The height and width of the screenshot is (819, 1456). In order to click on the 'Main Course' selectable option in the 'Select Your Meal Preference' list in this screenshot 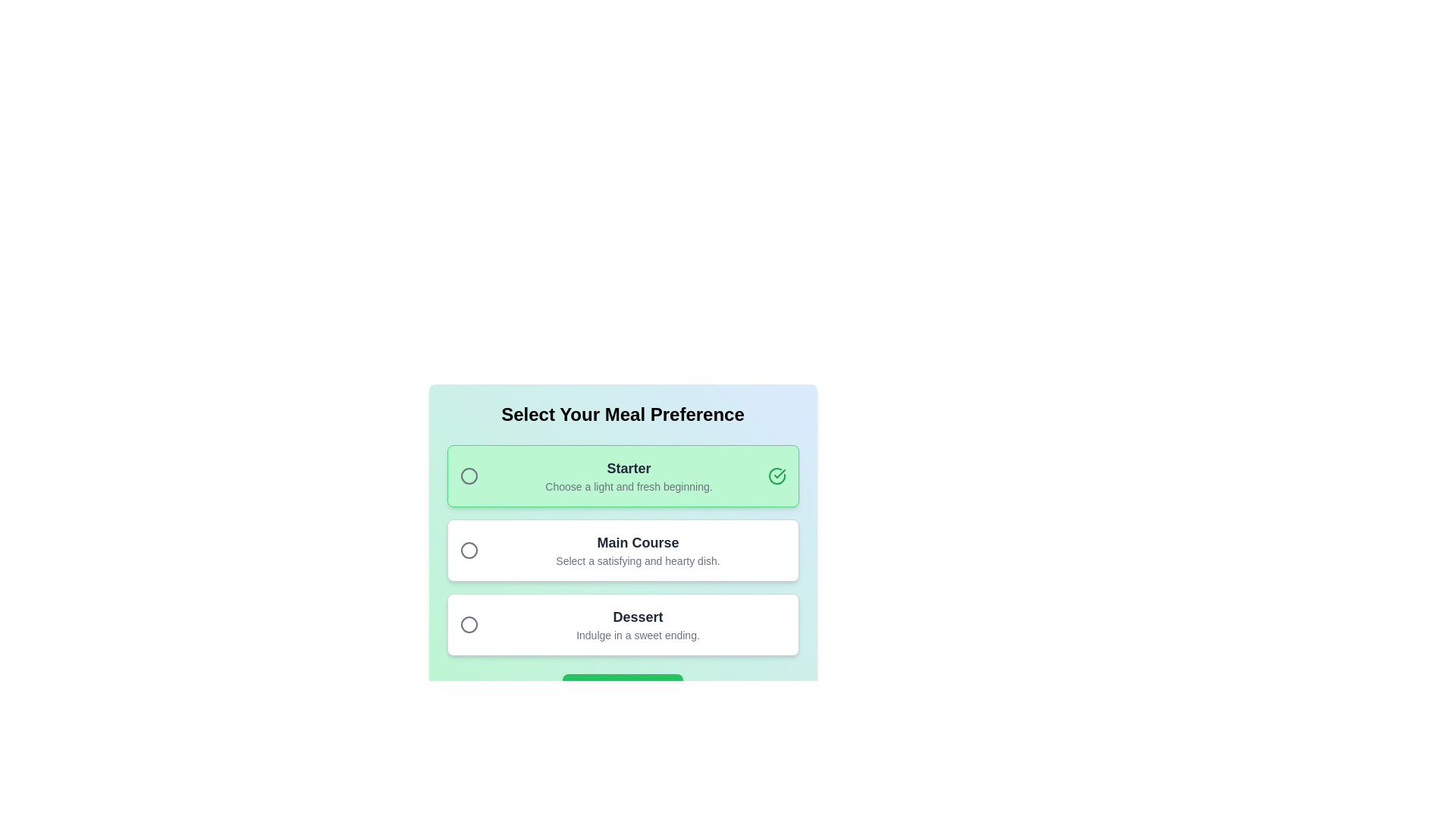, I will do `click(623, 550)`.